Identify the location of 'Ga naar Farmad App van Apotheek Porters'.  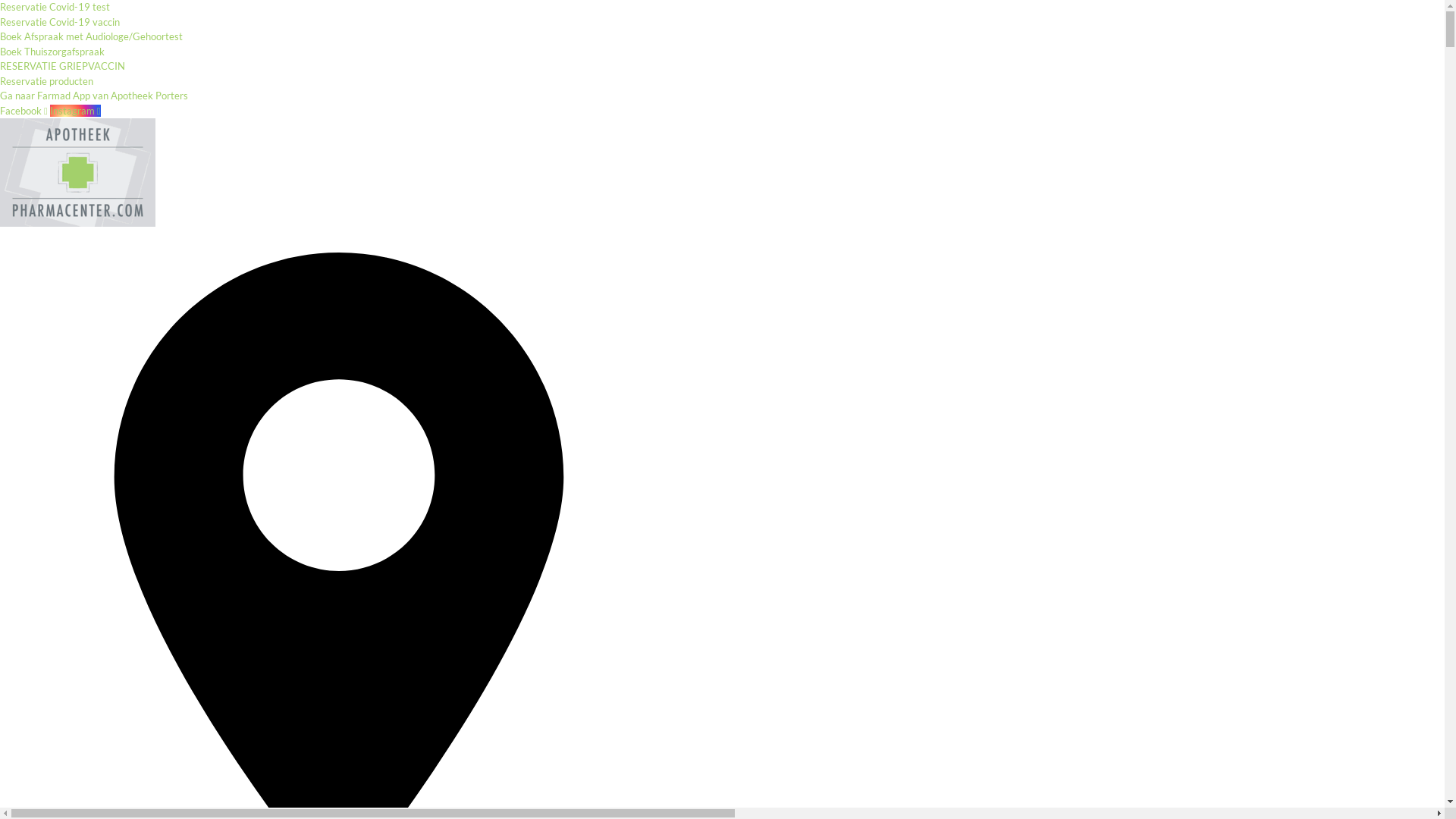
(0, 96).